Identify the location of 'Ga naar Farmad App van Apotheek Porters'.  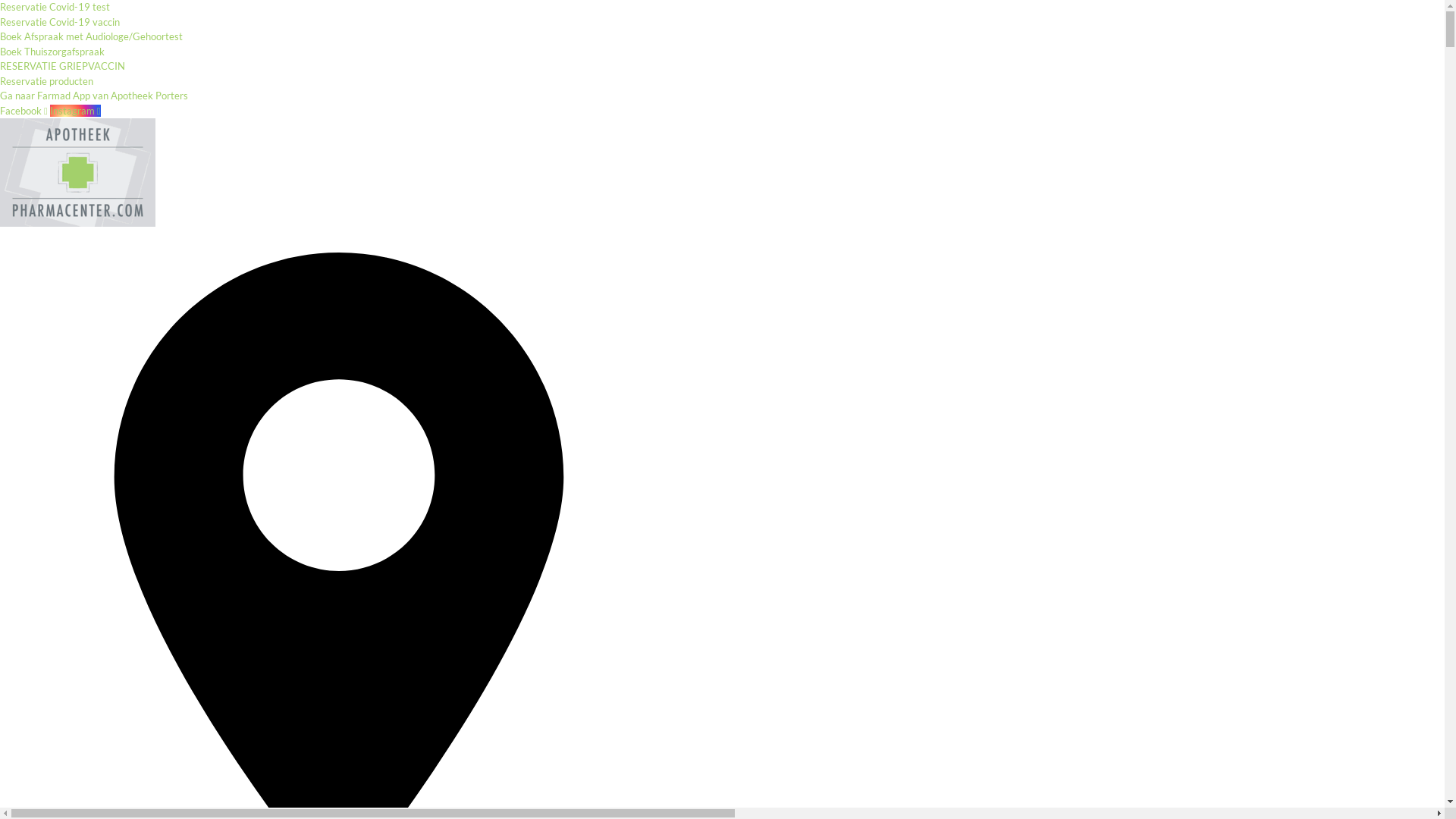
(0, 96).